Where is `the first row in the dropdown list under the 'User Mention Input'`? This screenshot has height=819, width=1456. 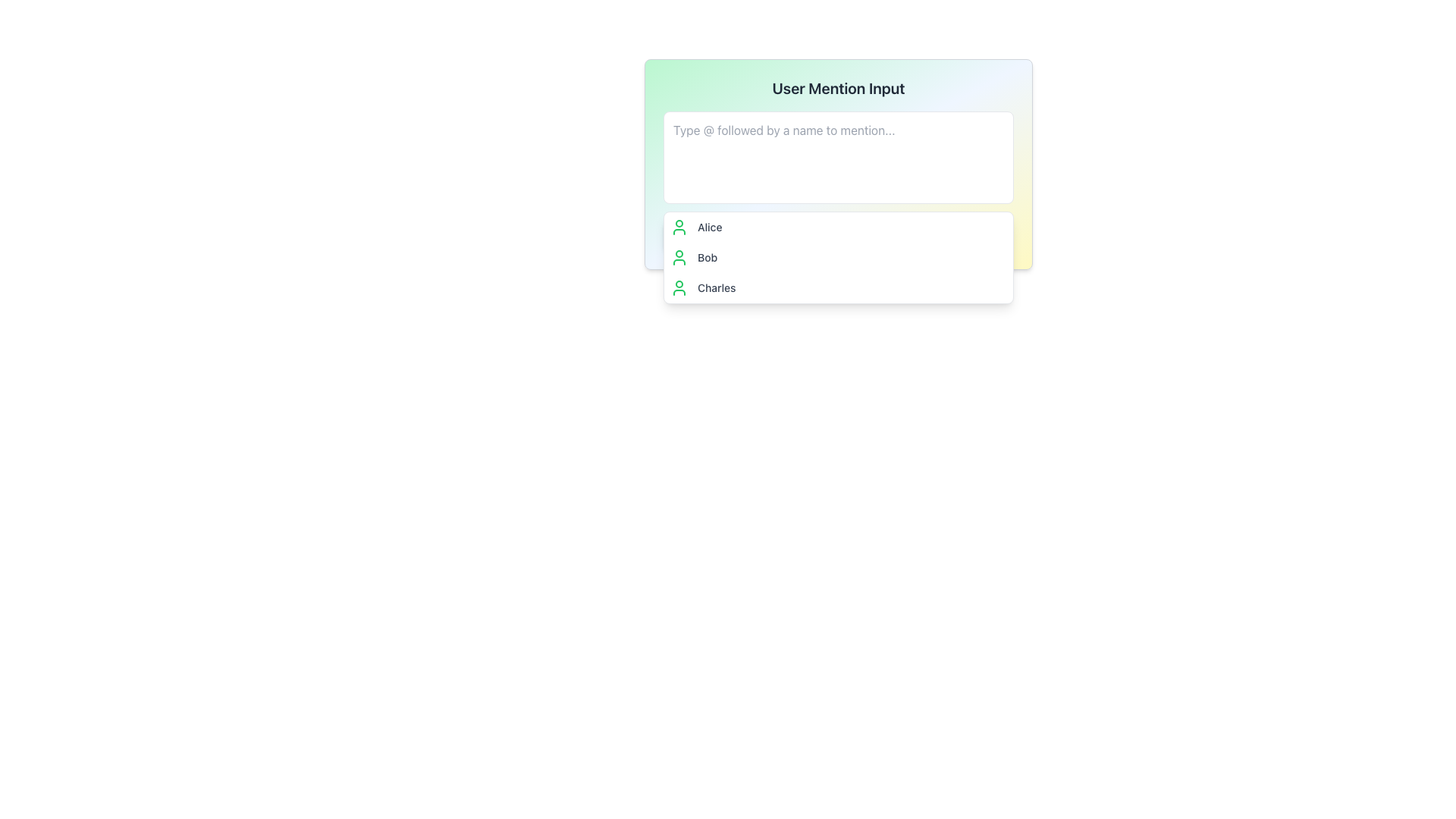
the first row in the dropdown list under the 'User Mention Input' is located at coordinates (837, 236).